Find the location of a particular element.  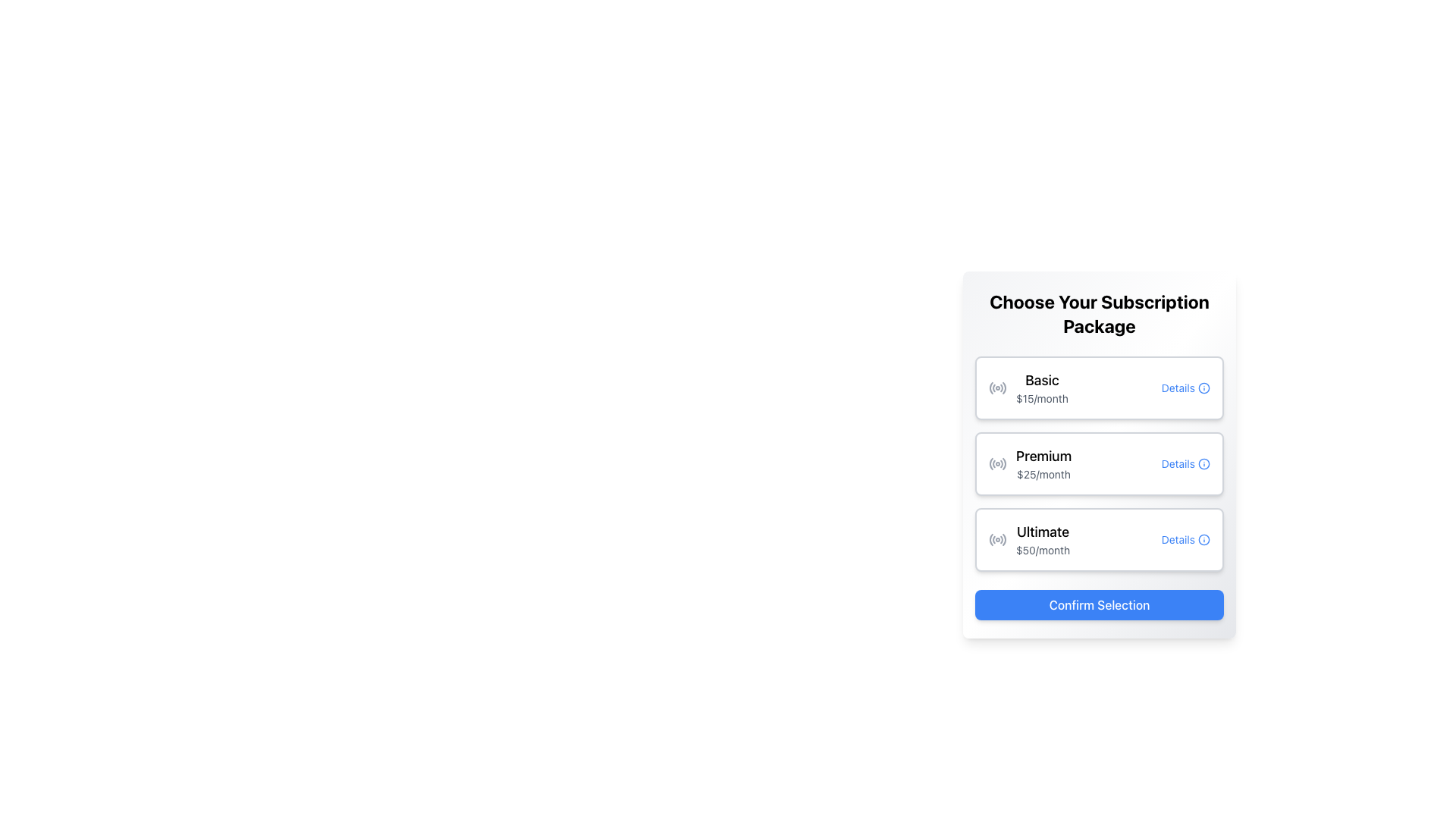

informational Text Label representing the 'Basic' subscription plan with a monthly cost of $15, located within the subscription plan selector interface is located at coordinates (1041, 388).